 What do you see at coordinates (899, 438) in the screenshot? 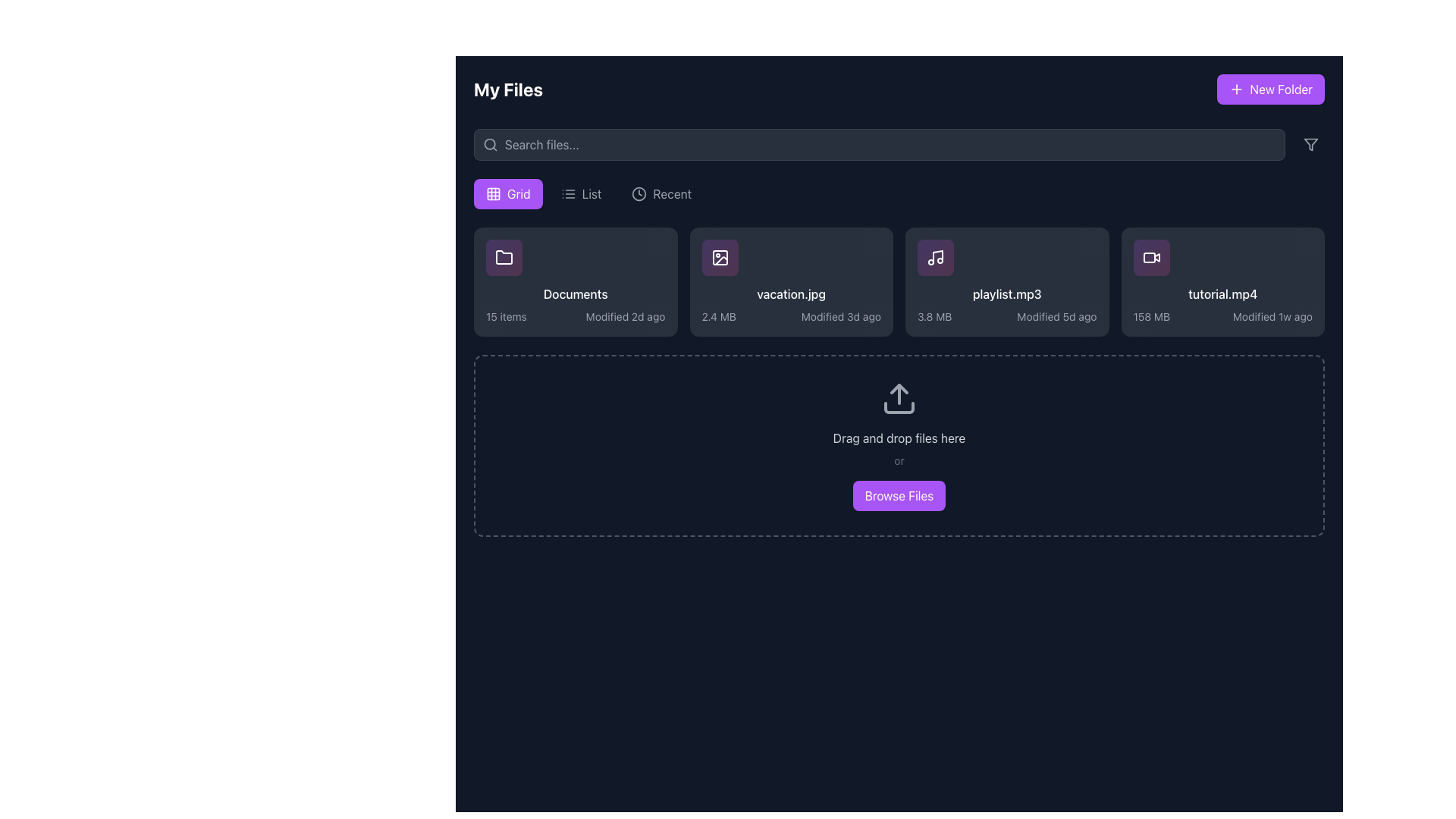
I see `the text label displaying 'Drag and drop files here' in light gray color, which is located slightly above the 'or' label and below an upload icon` at bounding box center [899, 438].